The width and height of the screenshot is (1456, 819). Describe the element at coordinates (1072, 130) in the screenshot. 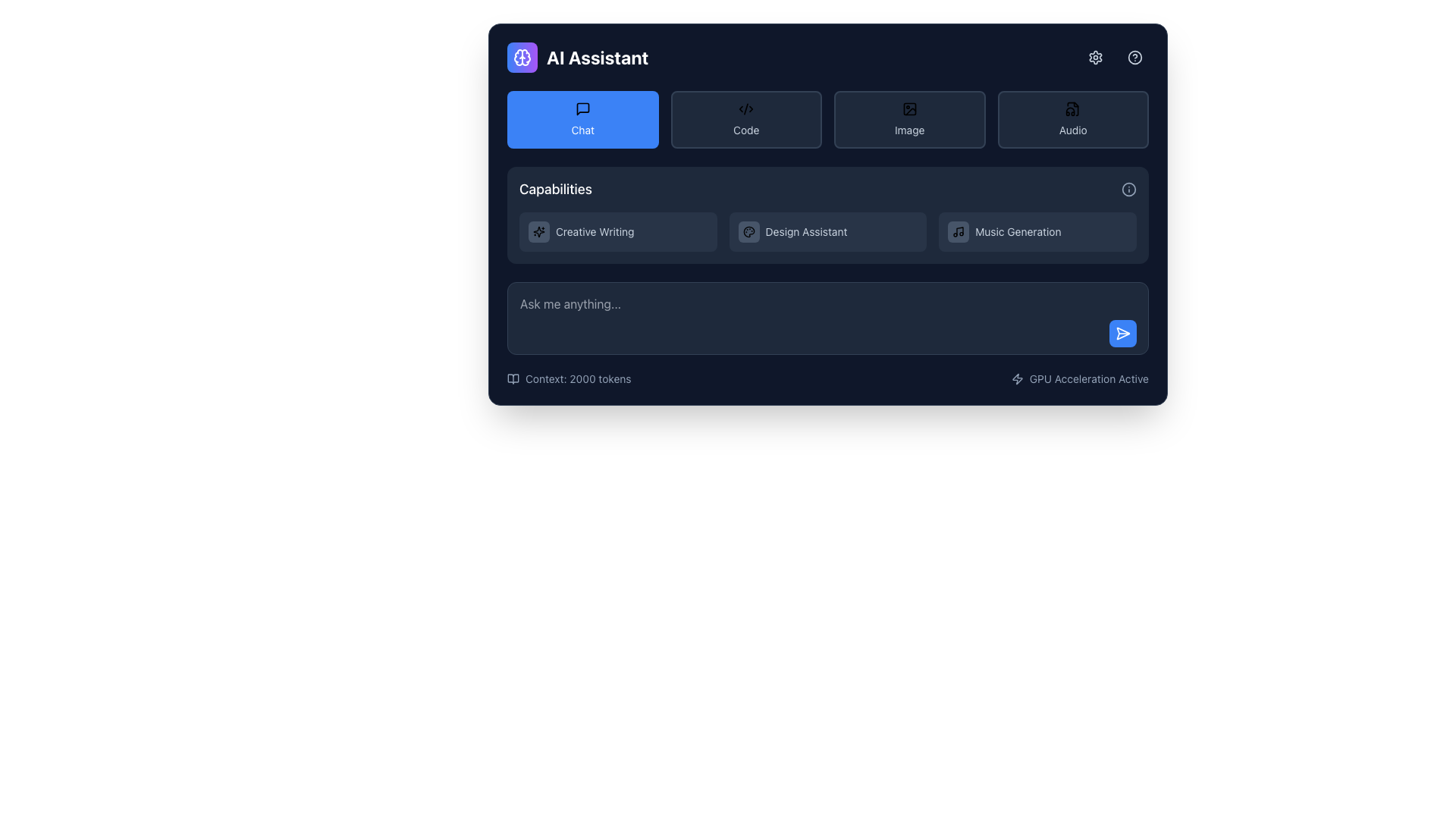

I see `the small textual label reading 'Audio' that is part of the user interface section dedicated to features or categories` at that location.